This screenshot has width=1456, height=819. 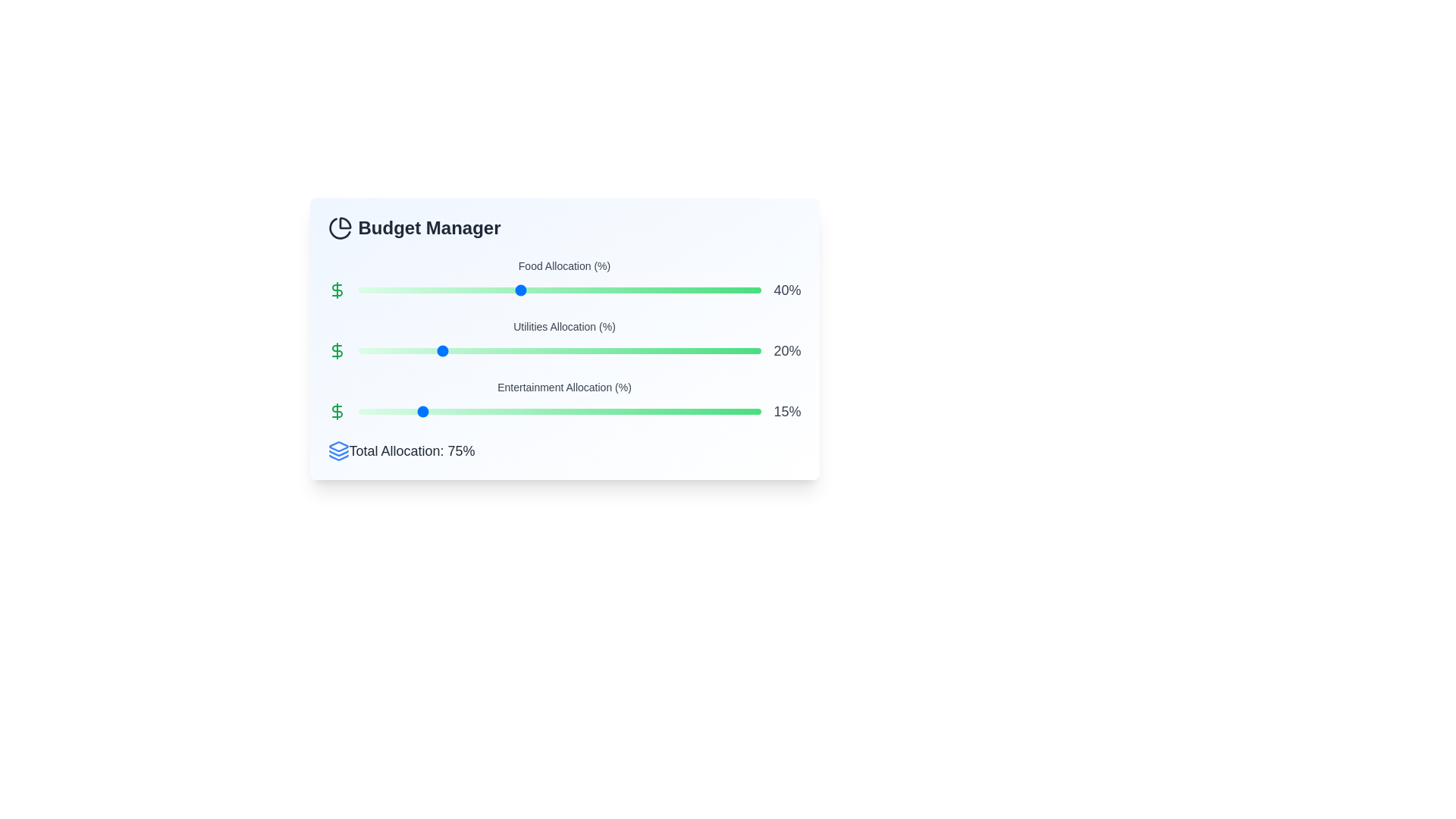 I want to click on the Food Allocation slider to 59%, so click(x=595, y=290).